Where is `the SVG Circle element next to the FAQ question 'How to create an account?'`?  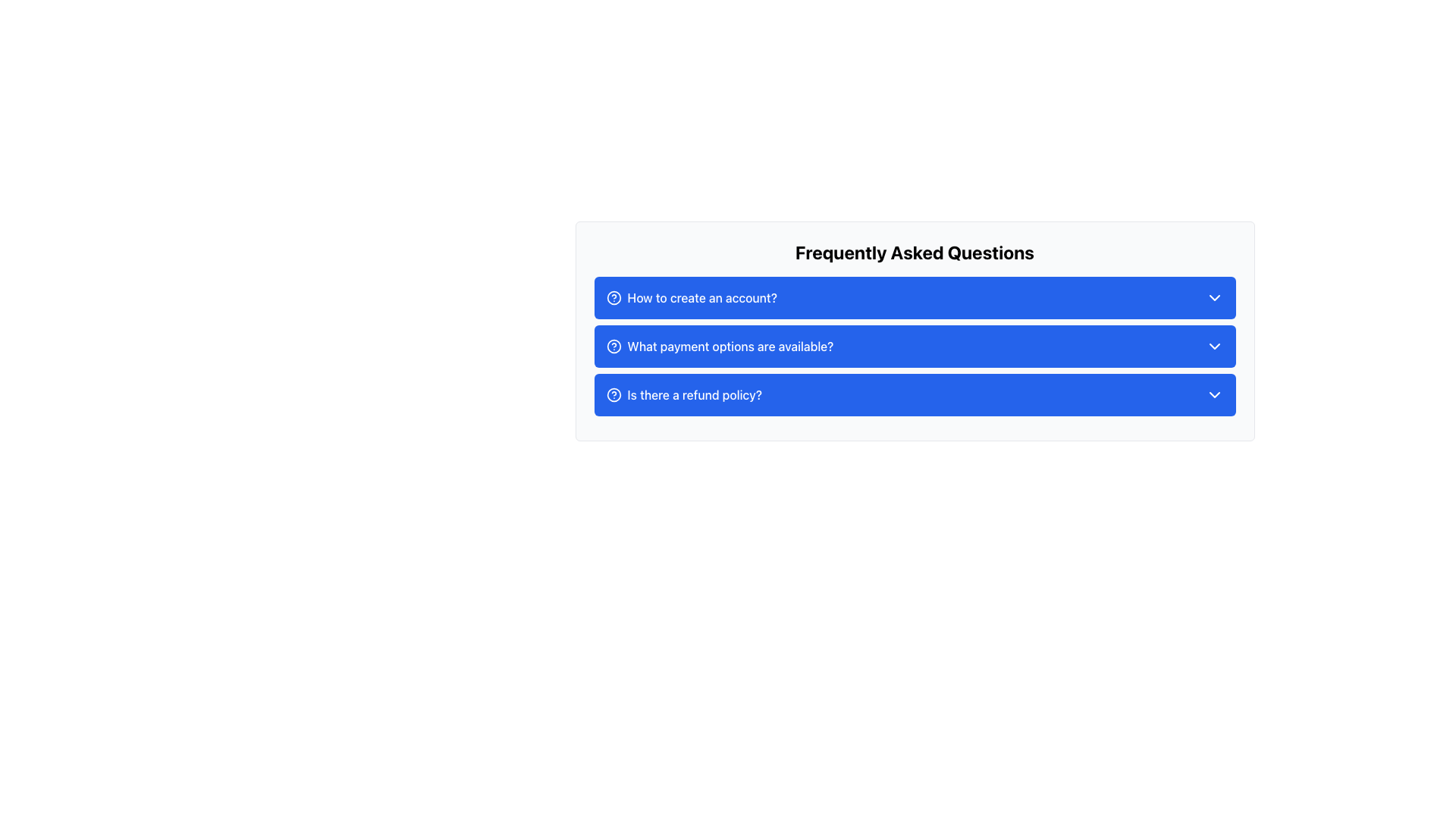
the SVG Circle element next to the FAQ question 'How to create an account?' is located at coordinates (613, 298).